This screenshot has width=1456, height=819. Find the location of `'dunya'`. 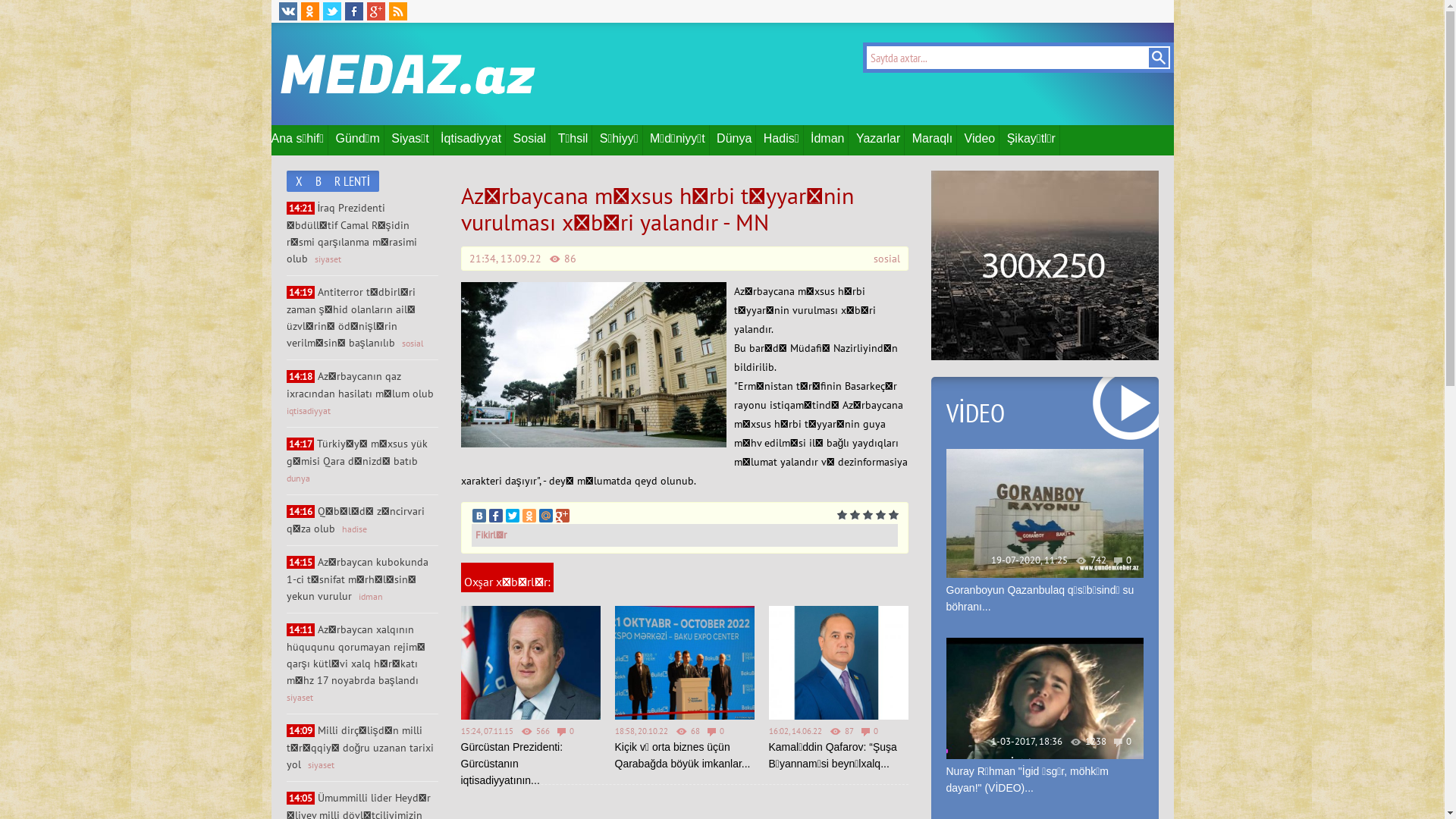

'dunya' is located at coordinates (298, 478).